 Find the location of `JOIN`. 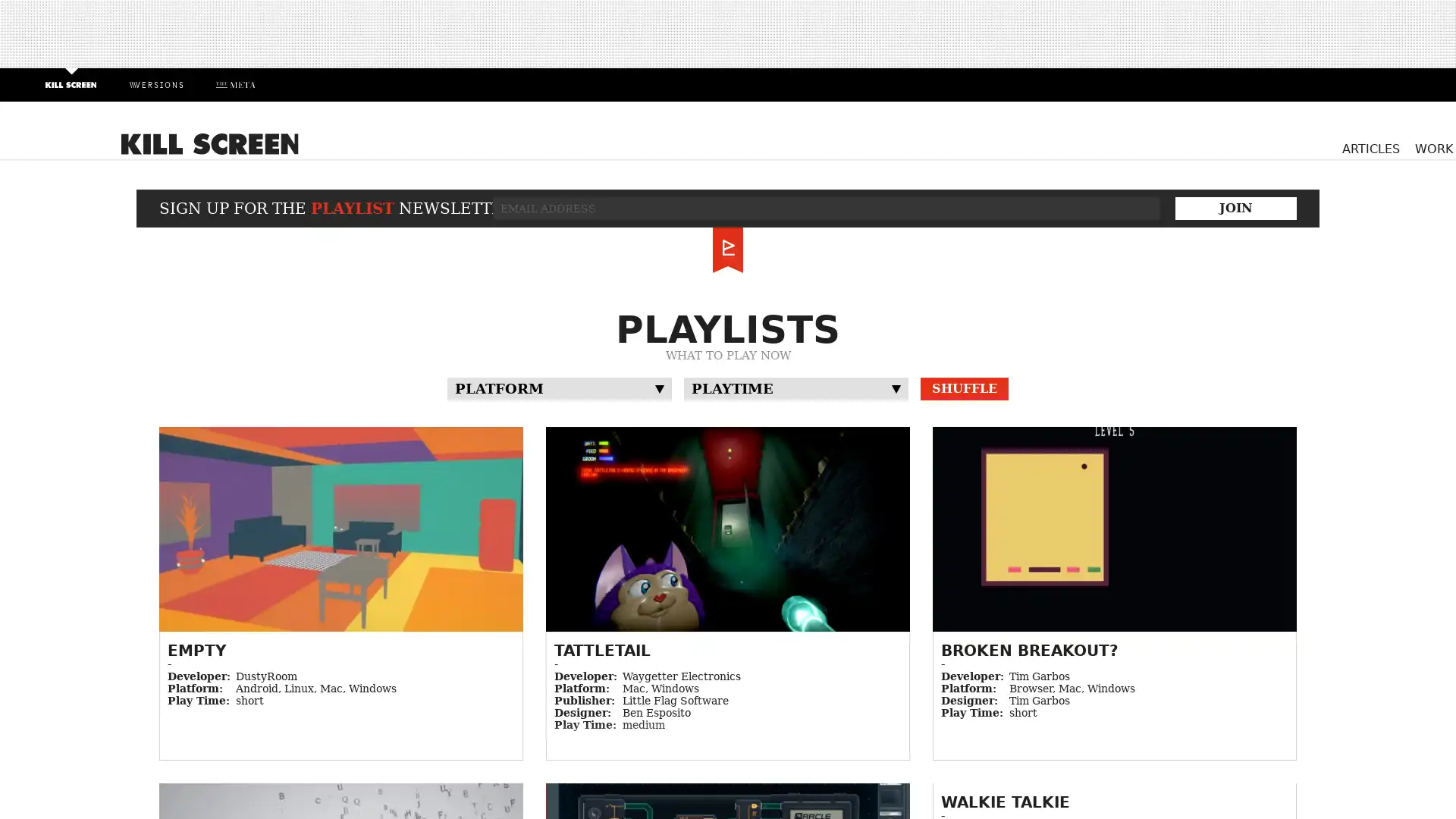

JOIN is located at coordinates (1236, 207).